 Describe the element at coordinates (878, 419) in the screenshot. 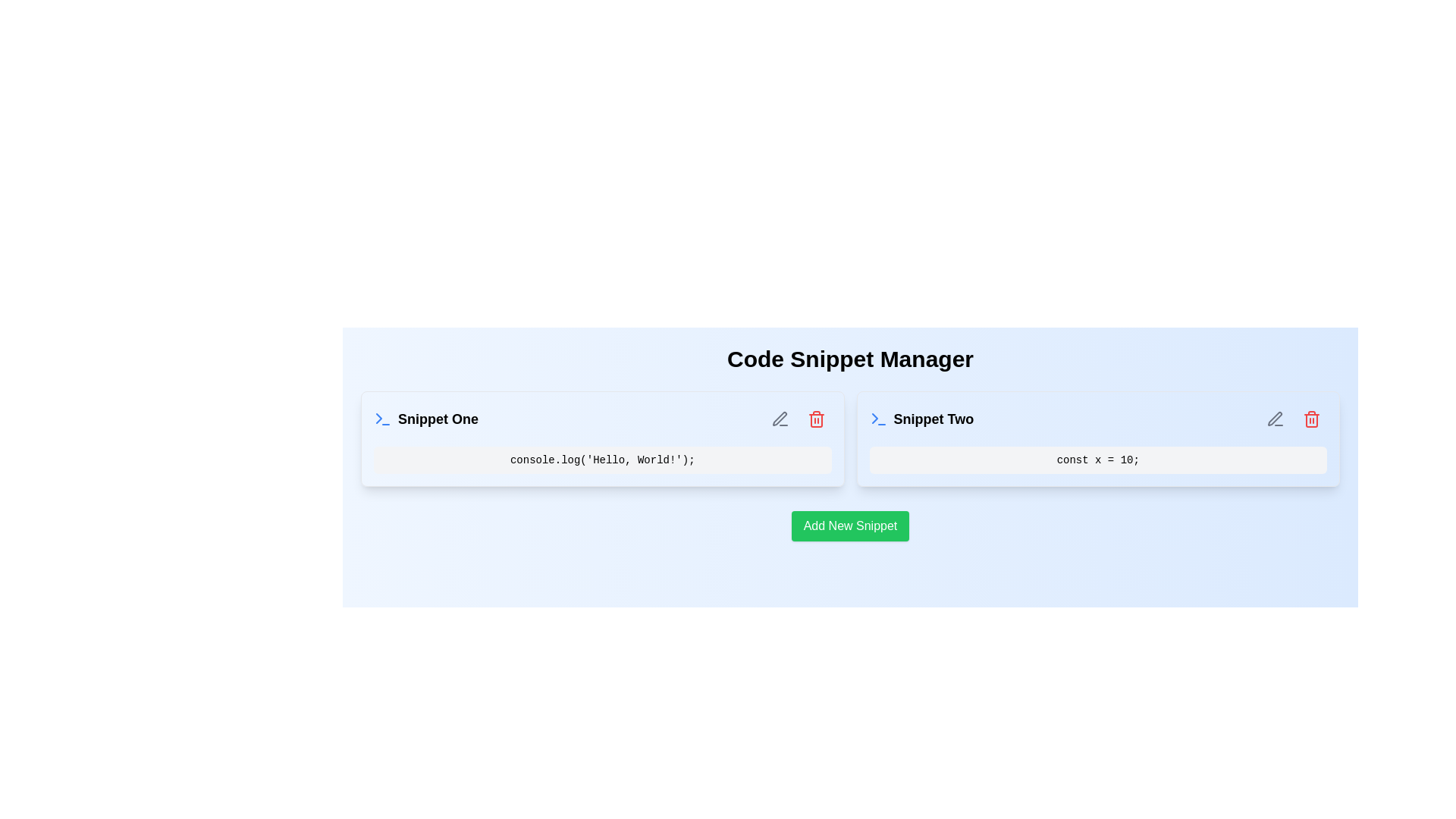

I see `the terminal prompt icon, which is a small vibrant blue icon with a rightward pointing arrow, located immediately to the left of the text label 'Snippet Two'` at that location.